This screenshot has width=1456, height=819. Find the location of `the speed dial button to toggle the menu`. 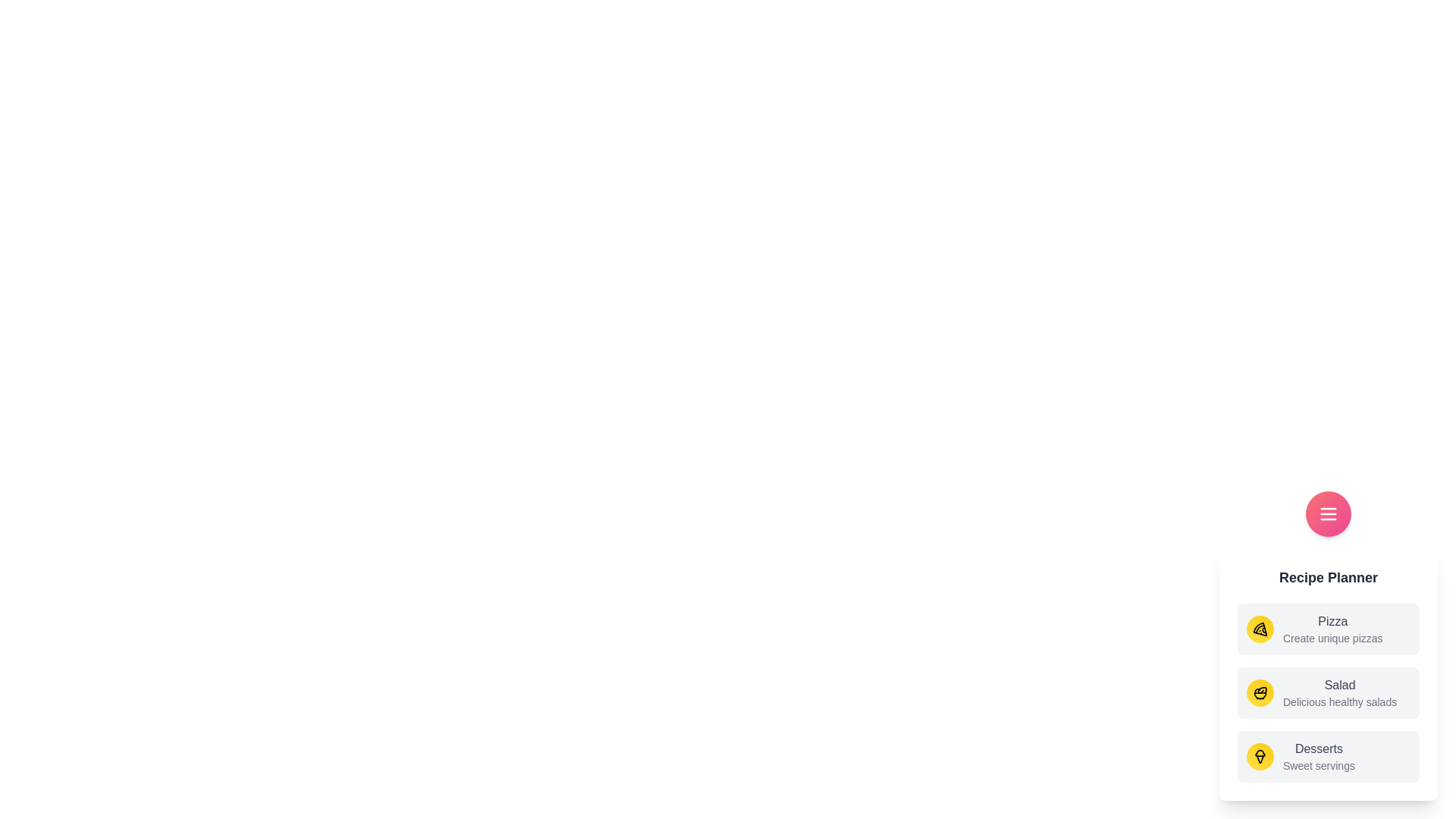

the speed dial button to toggle the menu is located at coordinates (1328, 513).